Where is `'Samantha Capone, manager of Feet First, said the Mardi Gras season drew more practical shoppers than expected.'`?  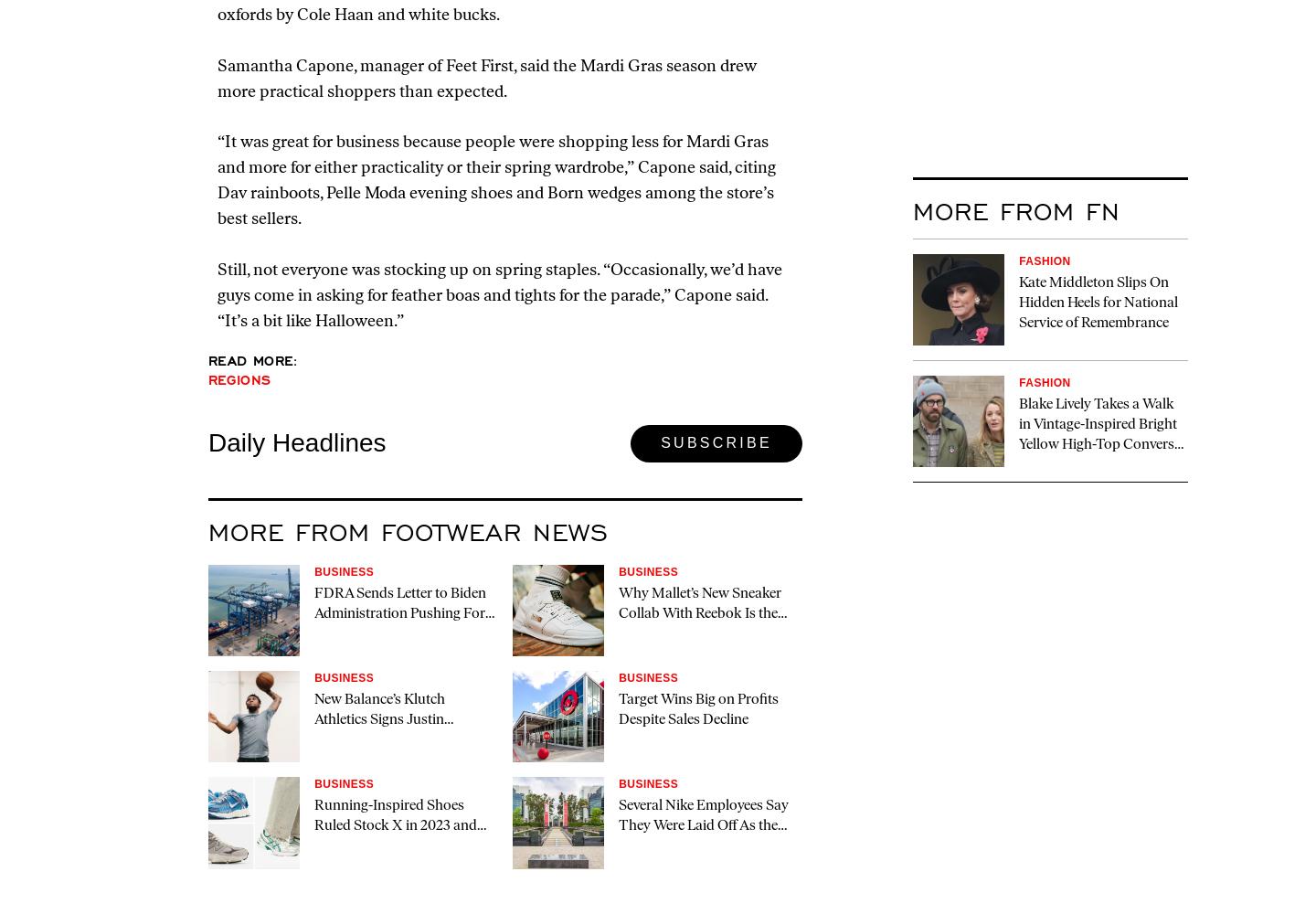
'Samantha Capone, manager of Feet First, said the Mardi Gras season drew more practical shoppers than expected.' is located at coordinates (485, 78).